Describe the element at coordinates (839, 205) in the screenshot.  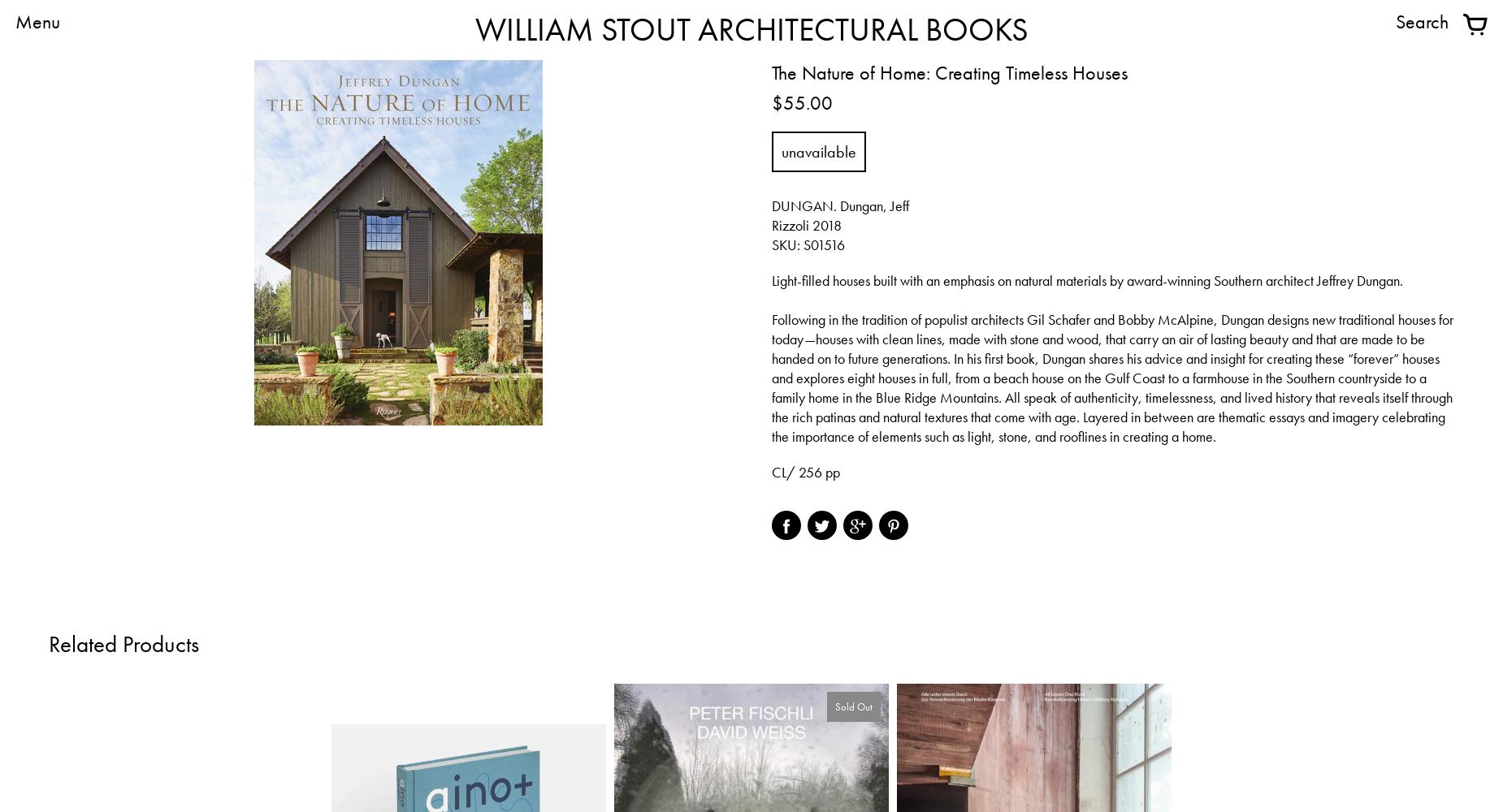
I see `'DUNGAN. Dungan, Jeff'` at that location.